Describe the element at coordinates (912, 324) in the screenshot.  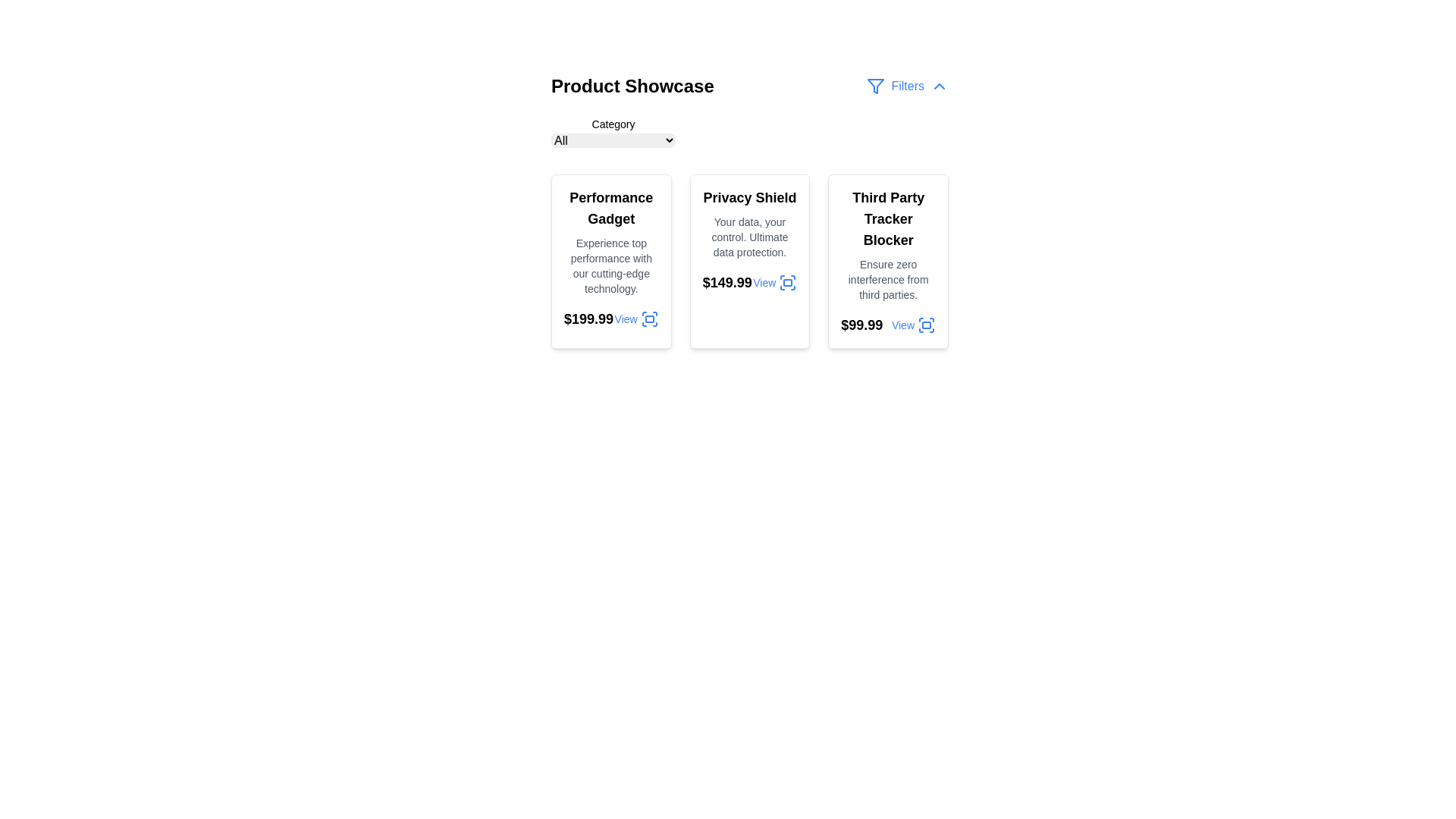
I see `the button located in the bottom-right corner of the 'Third Party Tracker Blocker' card to change the text color` at that location.